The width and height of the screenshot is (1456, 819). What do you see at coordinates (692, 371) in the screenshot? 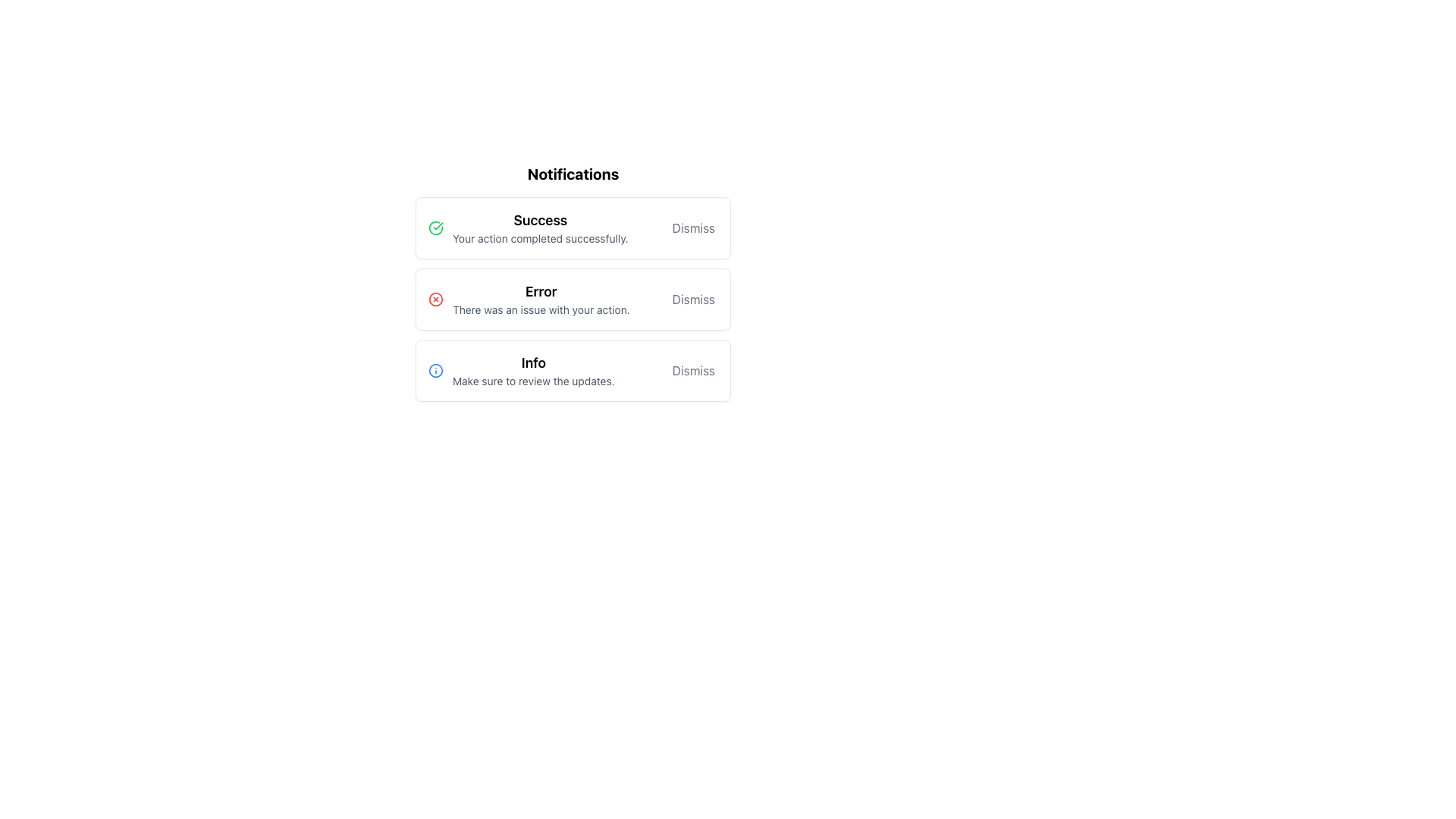
I see `the 'Dismiss' button in the bottom-right corner of the notification card titled 'Info' to observe the styling change` at bounding box center [692, 371].